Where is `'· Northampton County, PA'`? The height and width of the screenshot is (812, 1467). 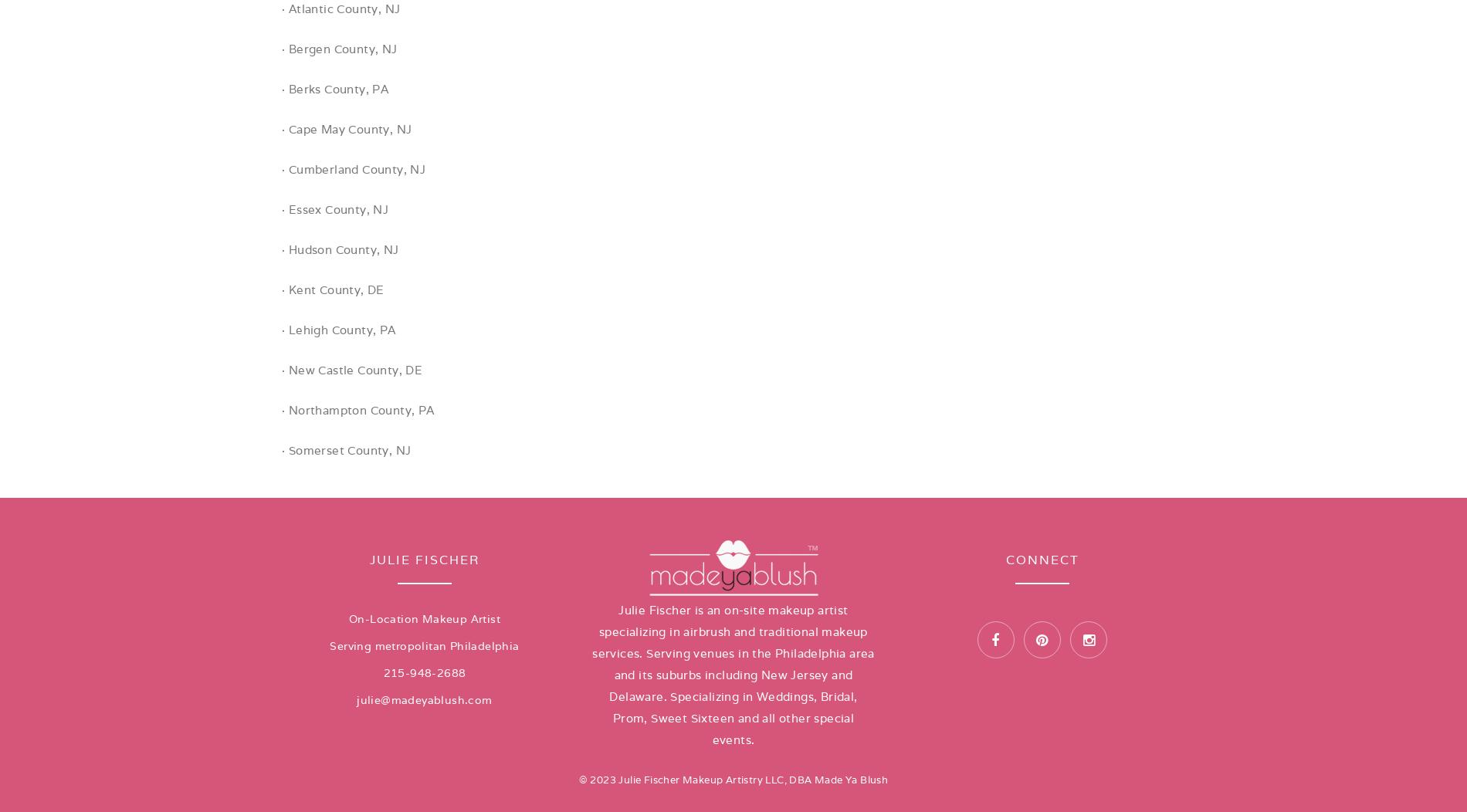 '· Northampton County, PA' is located at coordinates (280, 410).